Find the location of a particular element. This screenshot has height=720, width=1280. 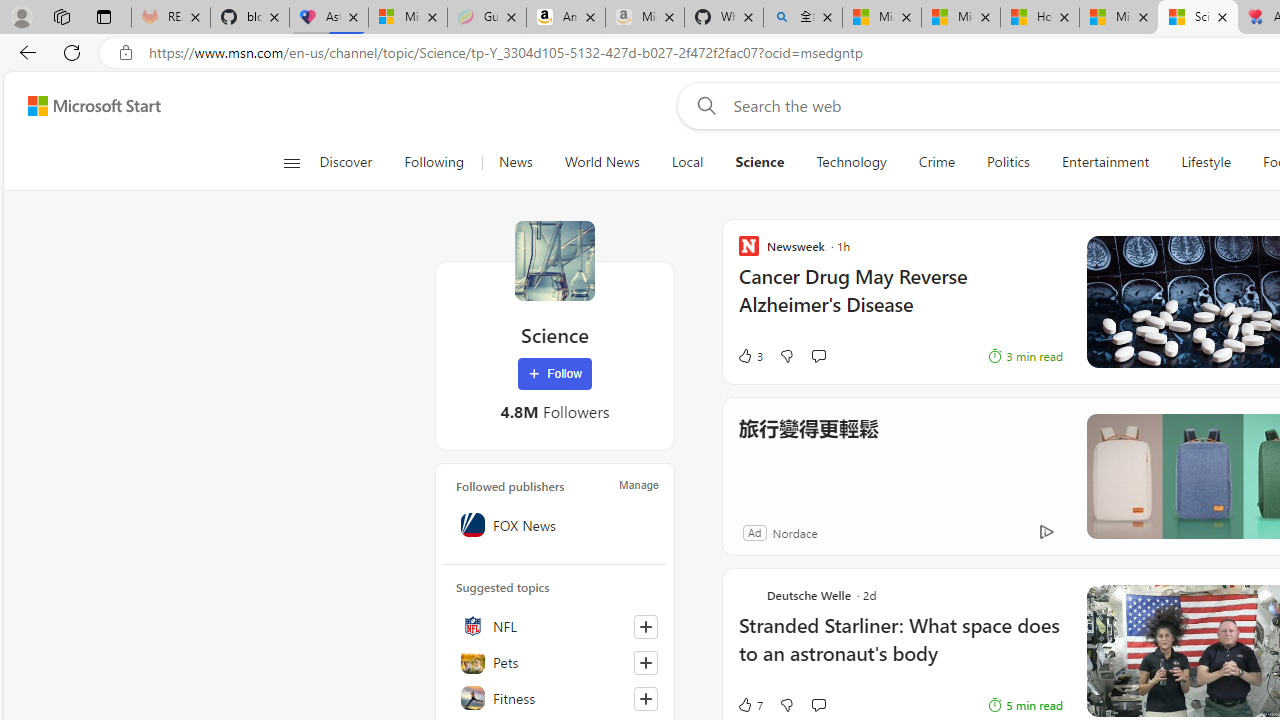

'Politics' is located at coordinates (1008, 162).